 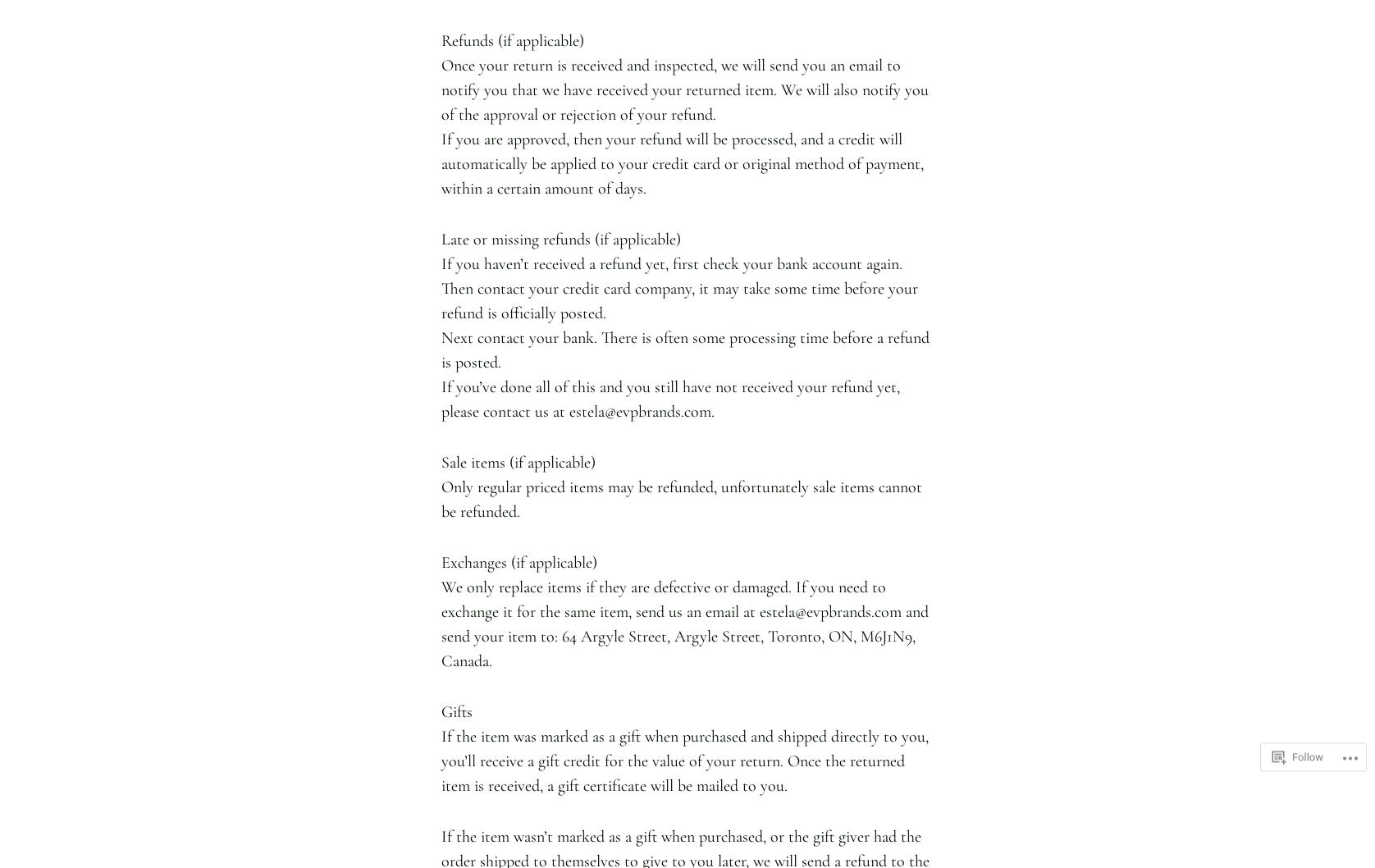 I want to click on 'If the item was marked as a gift when purchased and shipped directly to you, you’ll receive a gift credit for the value of your return. Once the returned item is received, a gift certificate will be mailed to you.', so click(x=683, y=761).